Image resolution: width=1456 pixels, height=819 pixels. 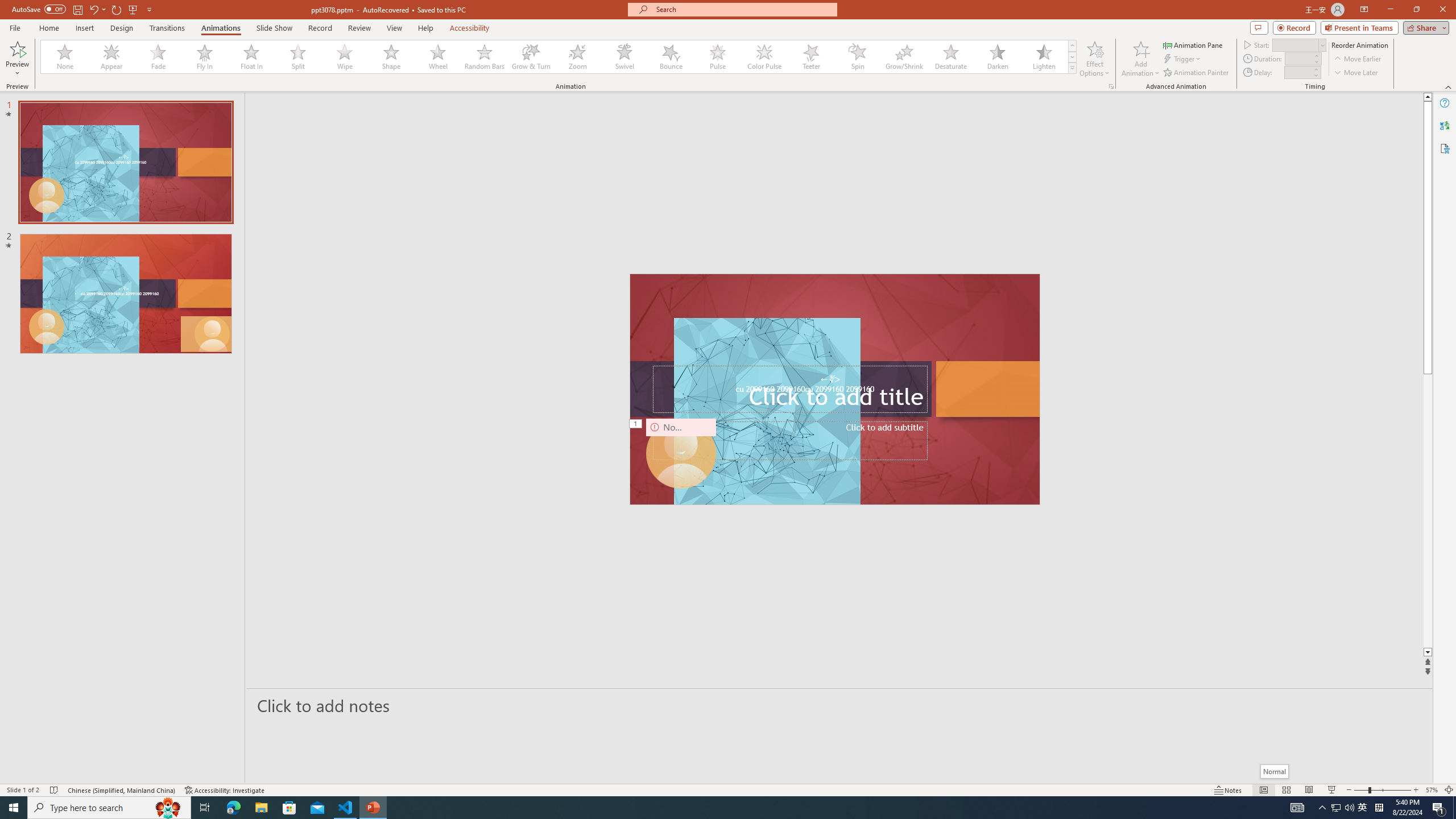 I want to click on 'Grow & Turn', so click(x=531, y=56).